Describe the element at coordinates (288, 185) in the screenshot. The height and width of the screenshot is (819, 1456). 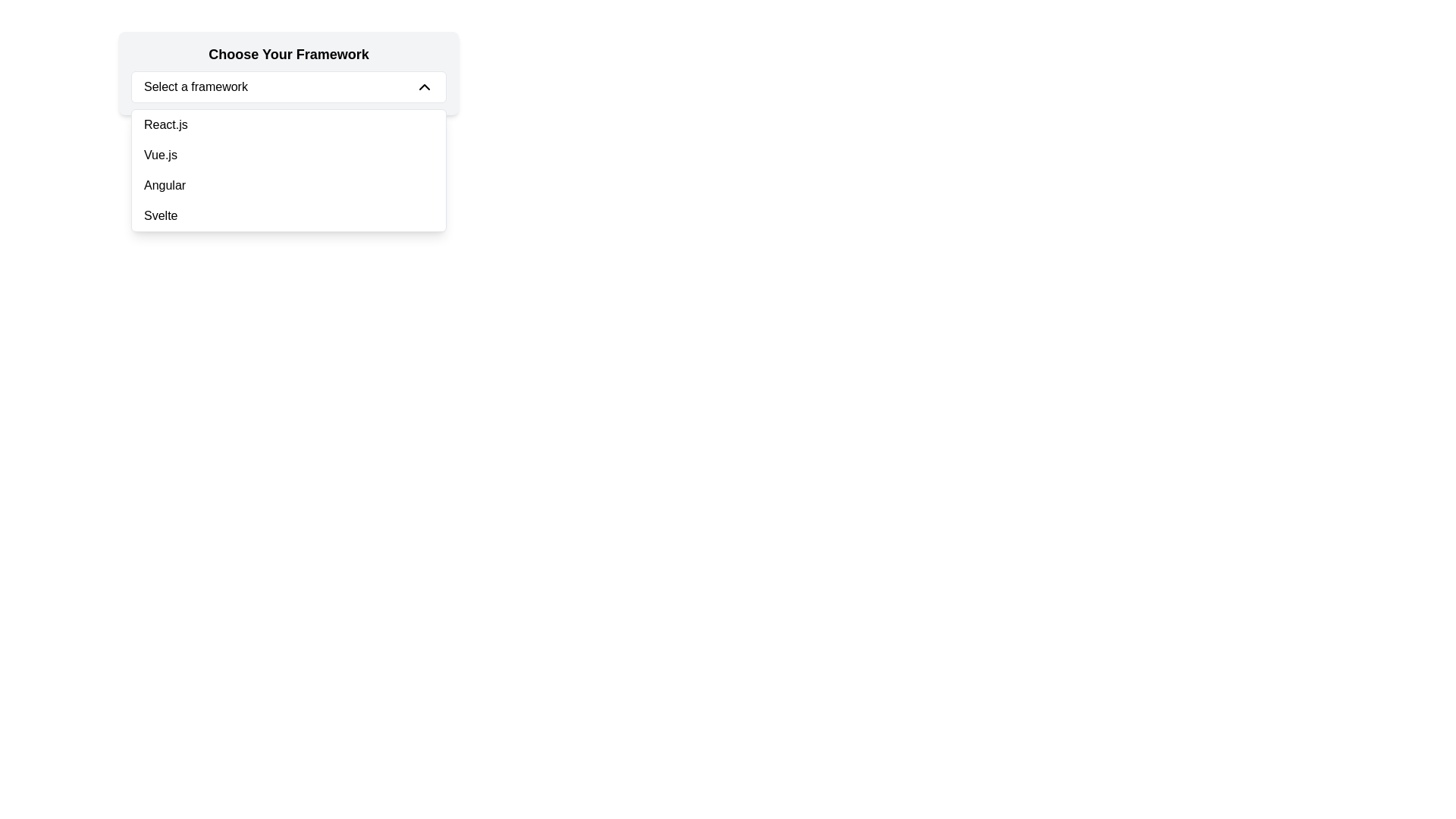
I see `the 'Angular' dropdown menu item` at that location.